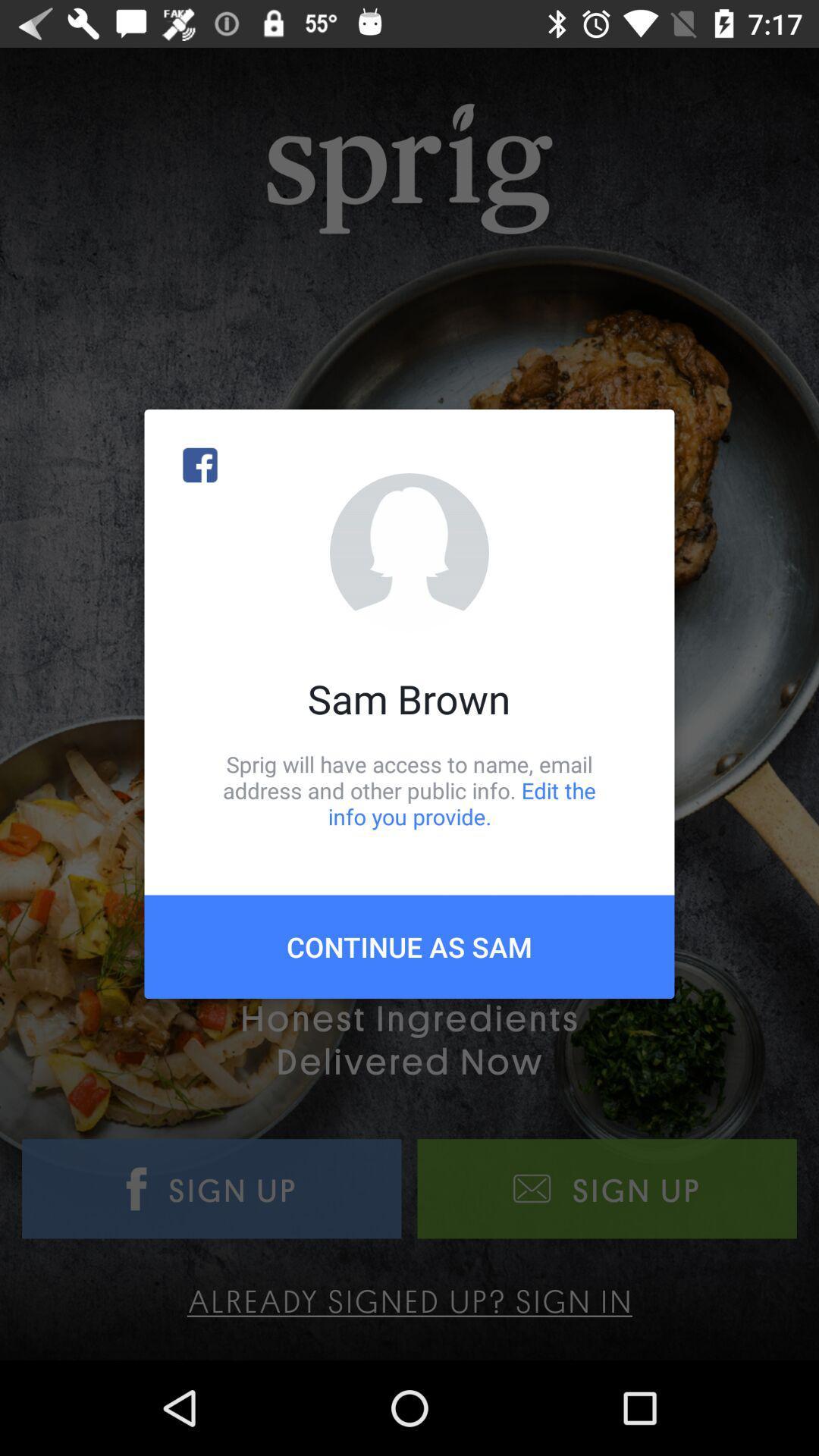 The height and width of the screenshot is (1456, 819). What do you see at coordinates (409, 789) in the screenshot?
I see `the item above the continue as sam item` at bounding box center [409, 789].